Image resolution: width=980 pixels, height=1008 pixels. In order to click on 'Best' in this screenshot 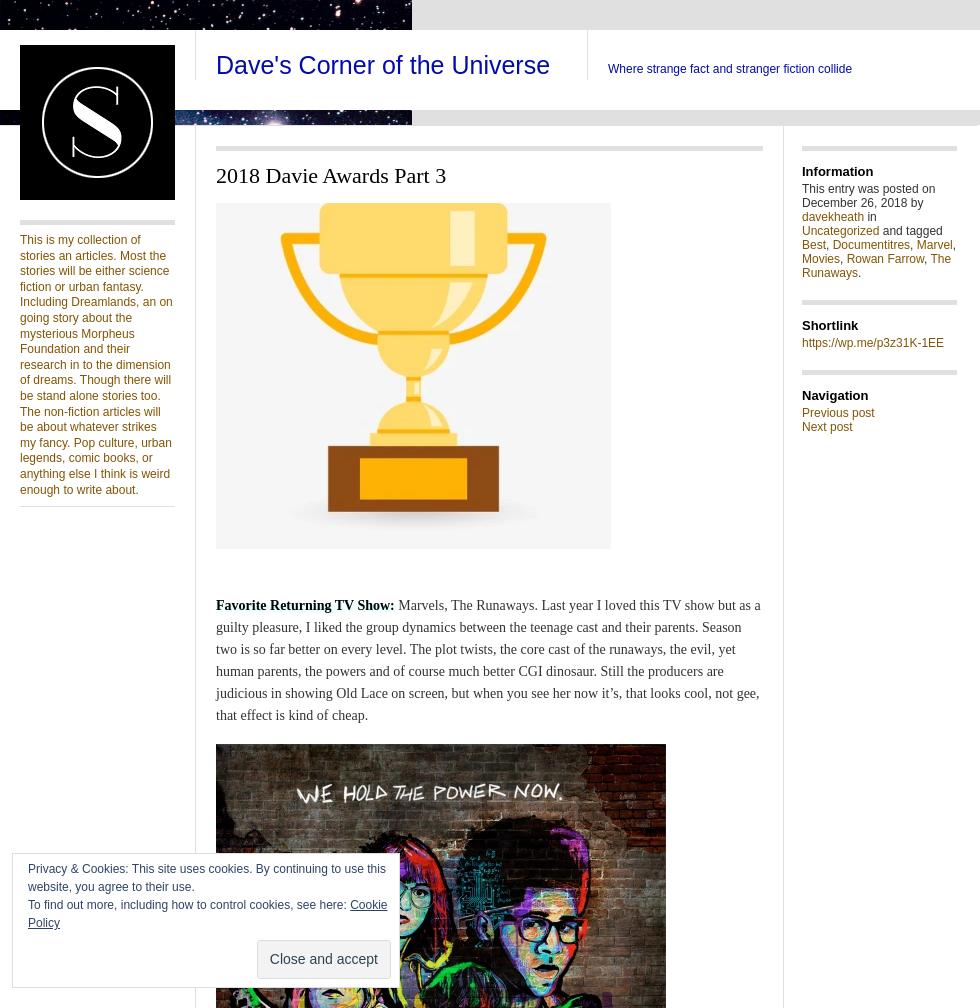, I will do `click(813, 245)`.